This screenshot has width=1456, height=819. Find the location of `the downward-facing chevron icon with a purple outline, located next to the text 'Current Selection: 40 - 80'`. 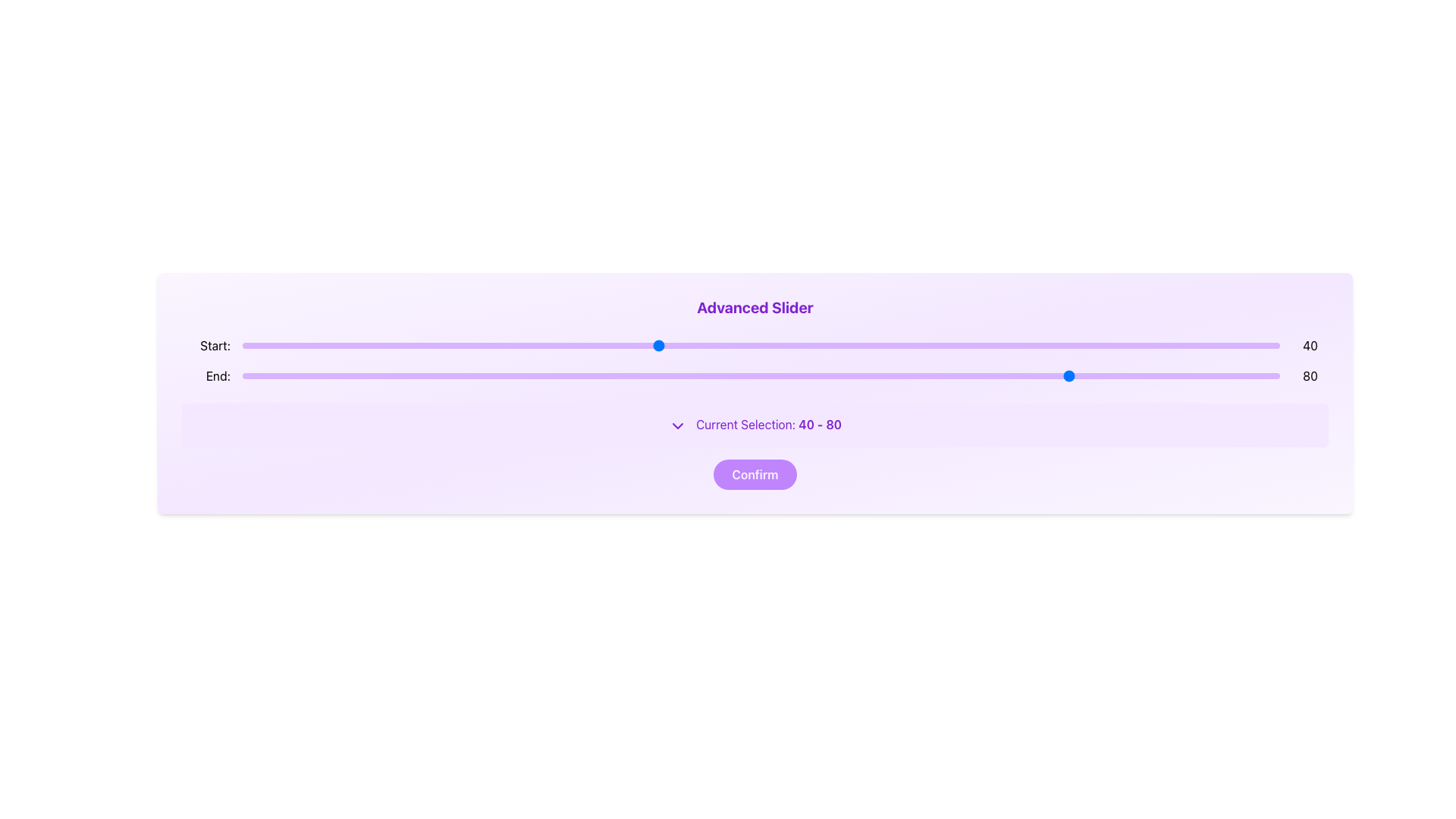

the downward-facing chevron icon with a purple outline, located next to the text 'Current Selection: 40 - 80' is located at coordinates (676, 425).